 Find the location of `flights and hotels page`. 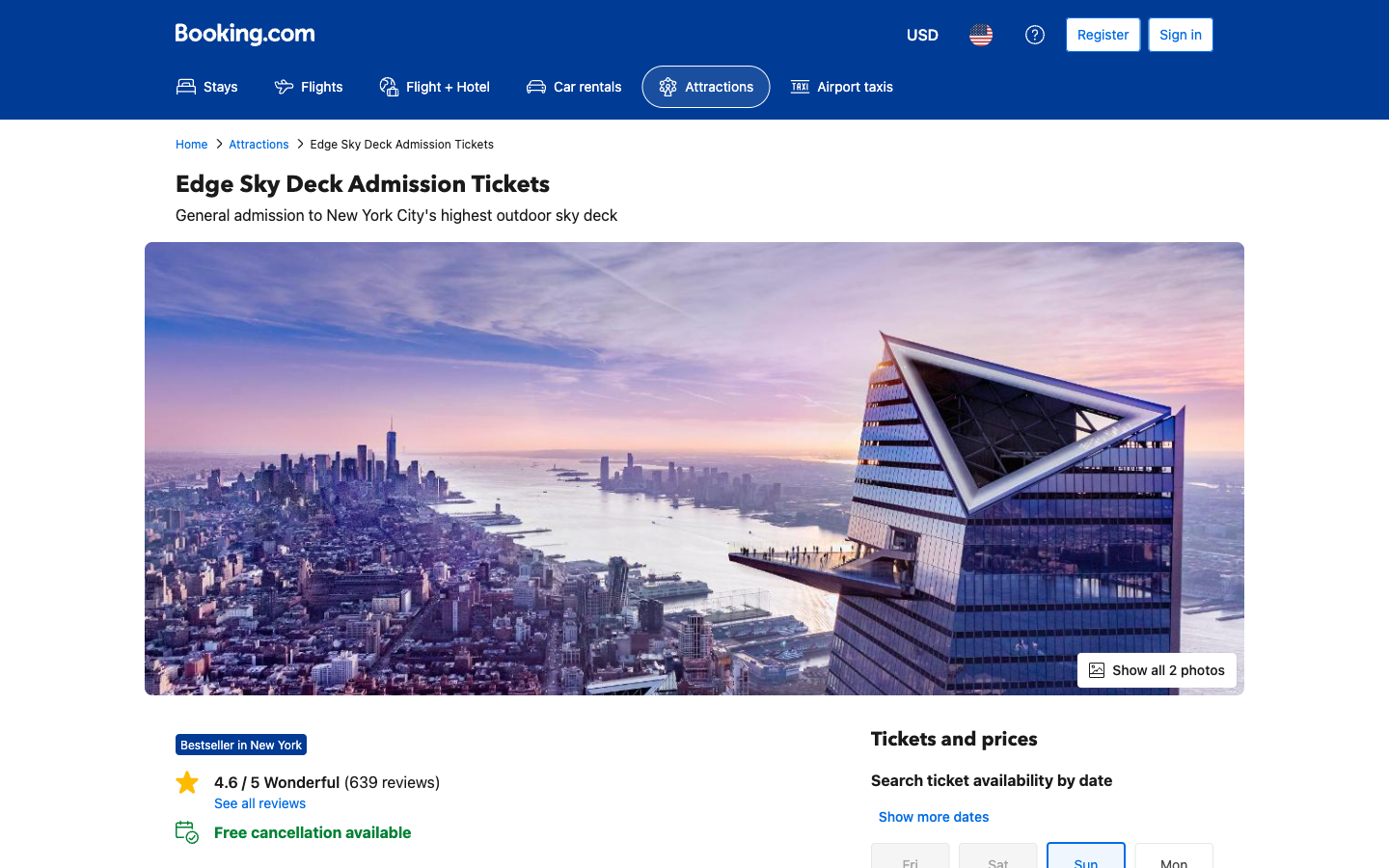

flights and hotels page is located at coordinates (434, 86).